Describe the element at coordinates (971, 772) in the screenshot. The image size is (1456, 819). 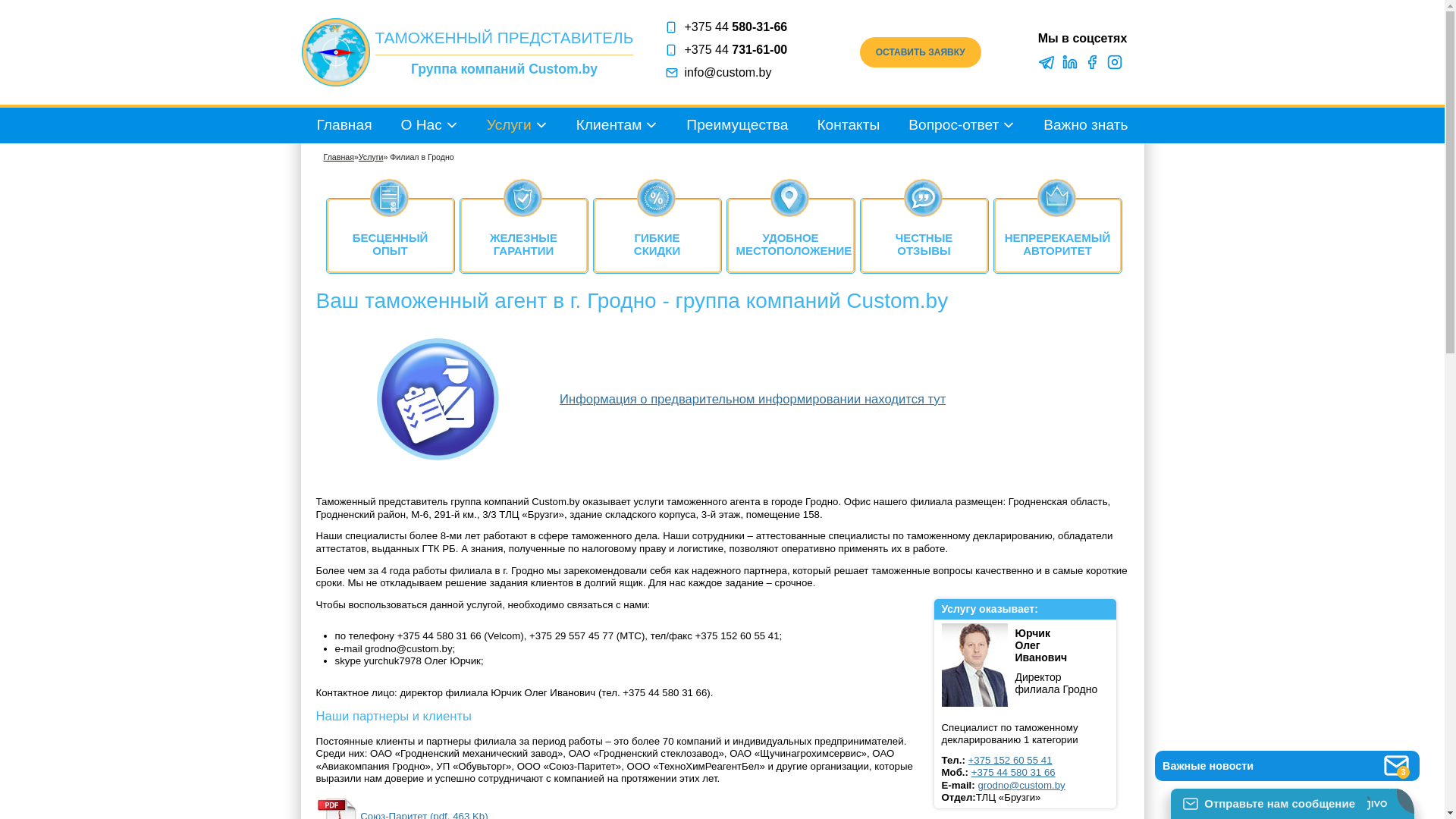
I see `'+375 44 580 31 66'` at that location.